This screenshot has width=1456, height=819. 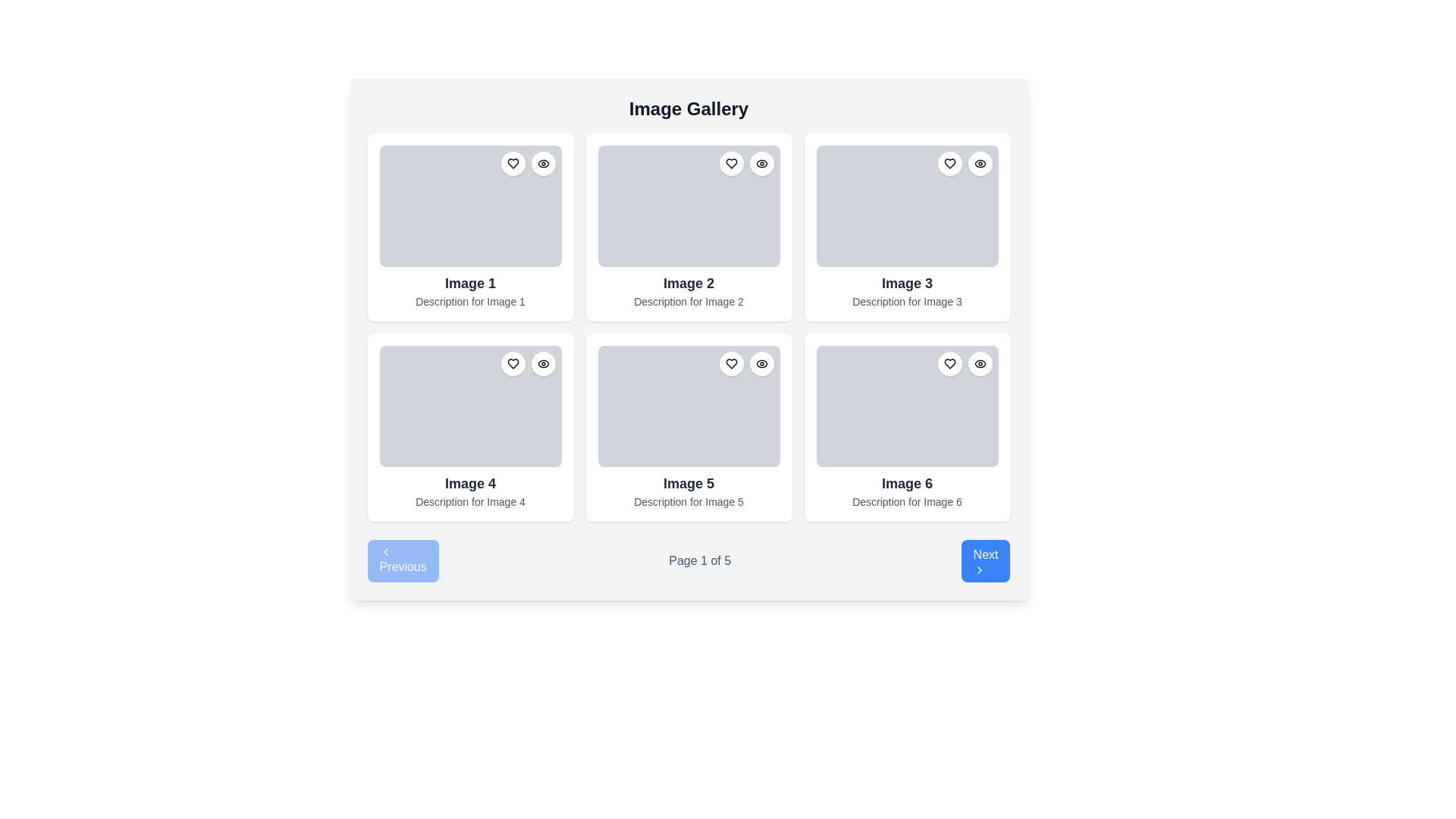 I want to click on text label that reads 'Description for Image 5', which is located directly under the title 'Image 5' in the card representation, so click(x=688, y=502).